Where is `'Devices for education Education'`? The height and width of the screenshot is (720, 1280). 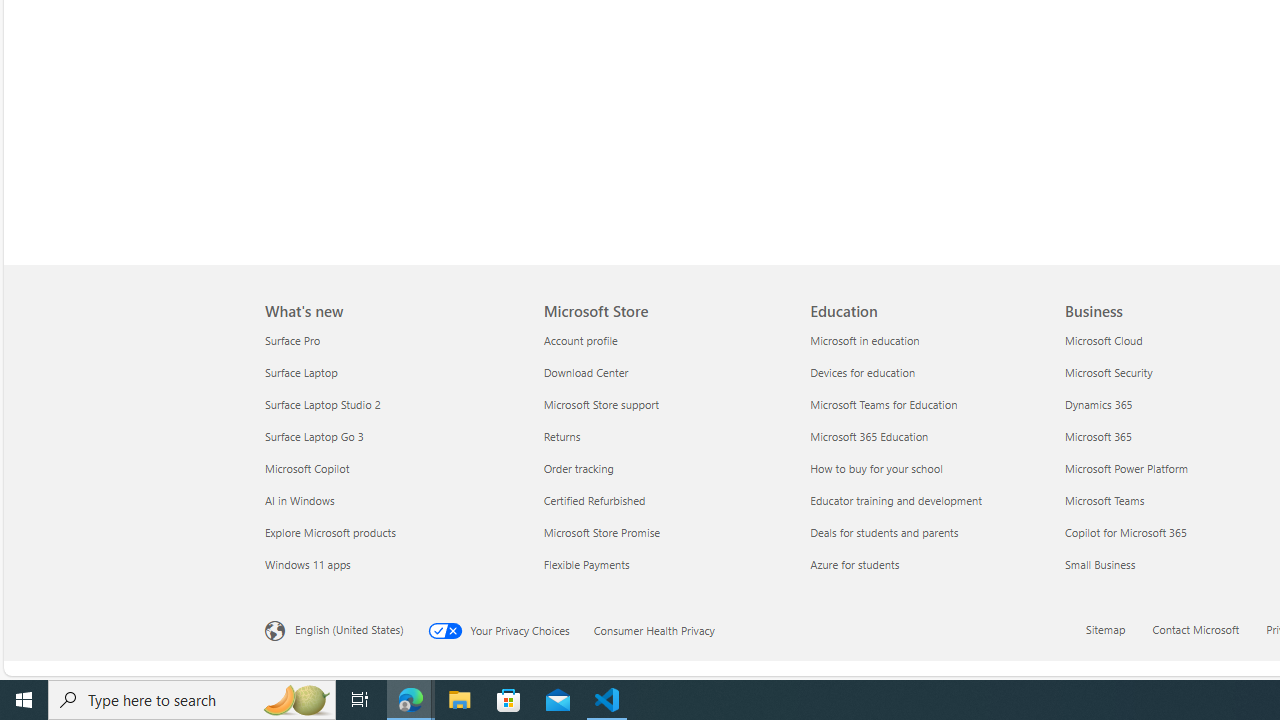 'Devices for education Education' is located at coordinates (863, 372).